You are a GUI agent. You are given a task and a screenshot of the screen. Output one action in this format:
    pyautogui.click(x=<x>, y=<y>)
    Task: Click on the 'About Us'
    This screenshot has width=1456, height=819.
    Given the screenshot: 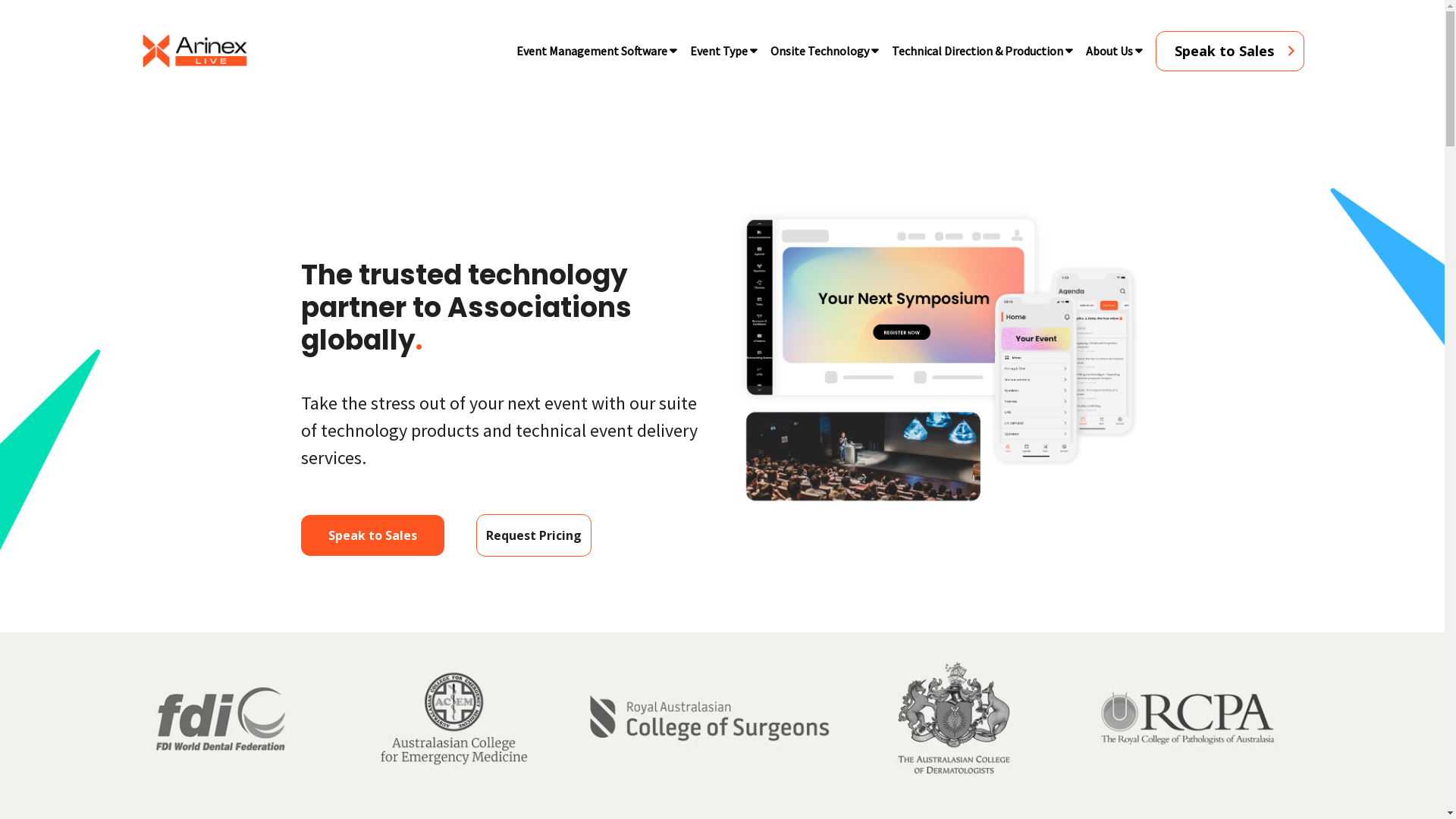 What is the action you would take?
    pyautogui.click(x=1109, y=49)
    